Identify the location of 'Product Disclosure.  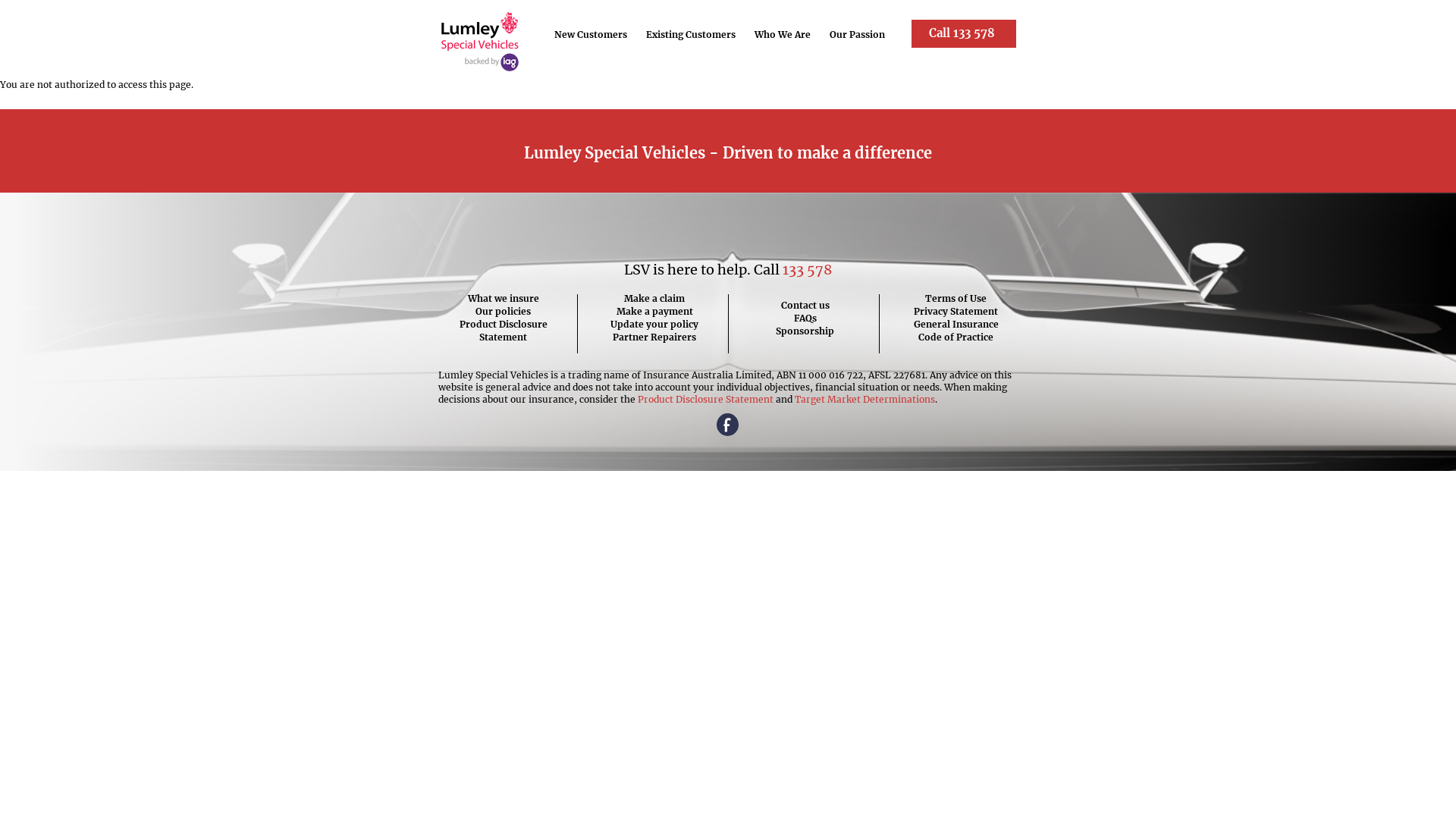
(503, 329).